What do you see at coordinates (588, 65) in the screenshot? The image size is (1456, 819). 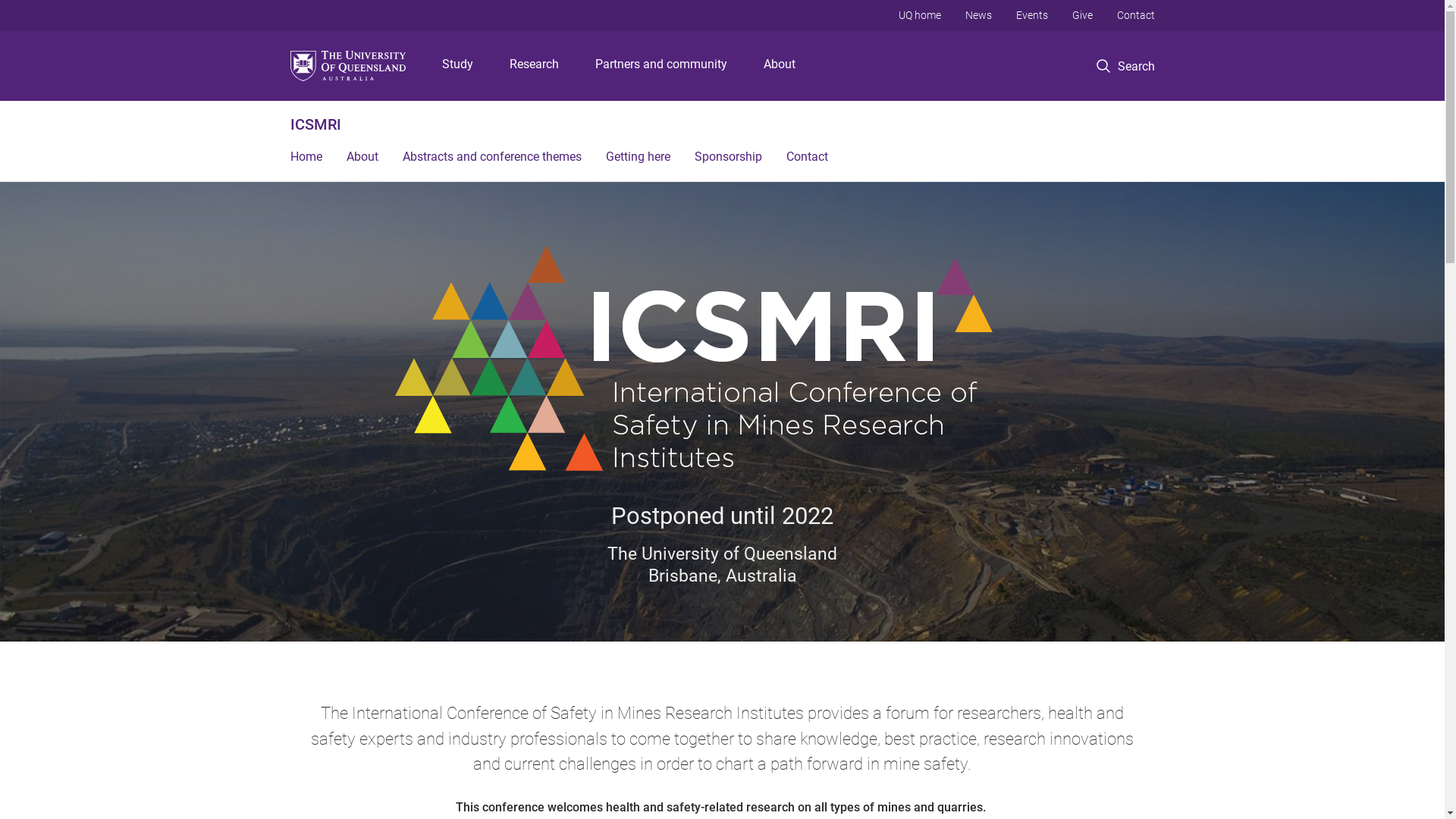 I see `'Partners and community'` at bounding box center [588, 65].